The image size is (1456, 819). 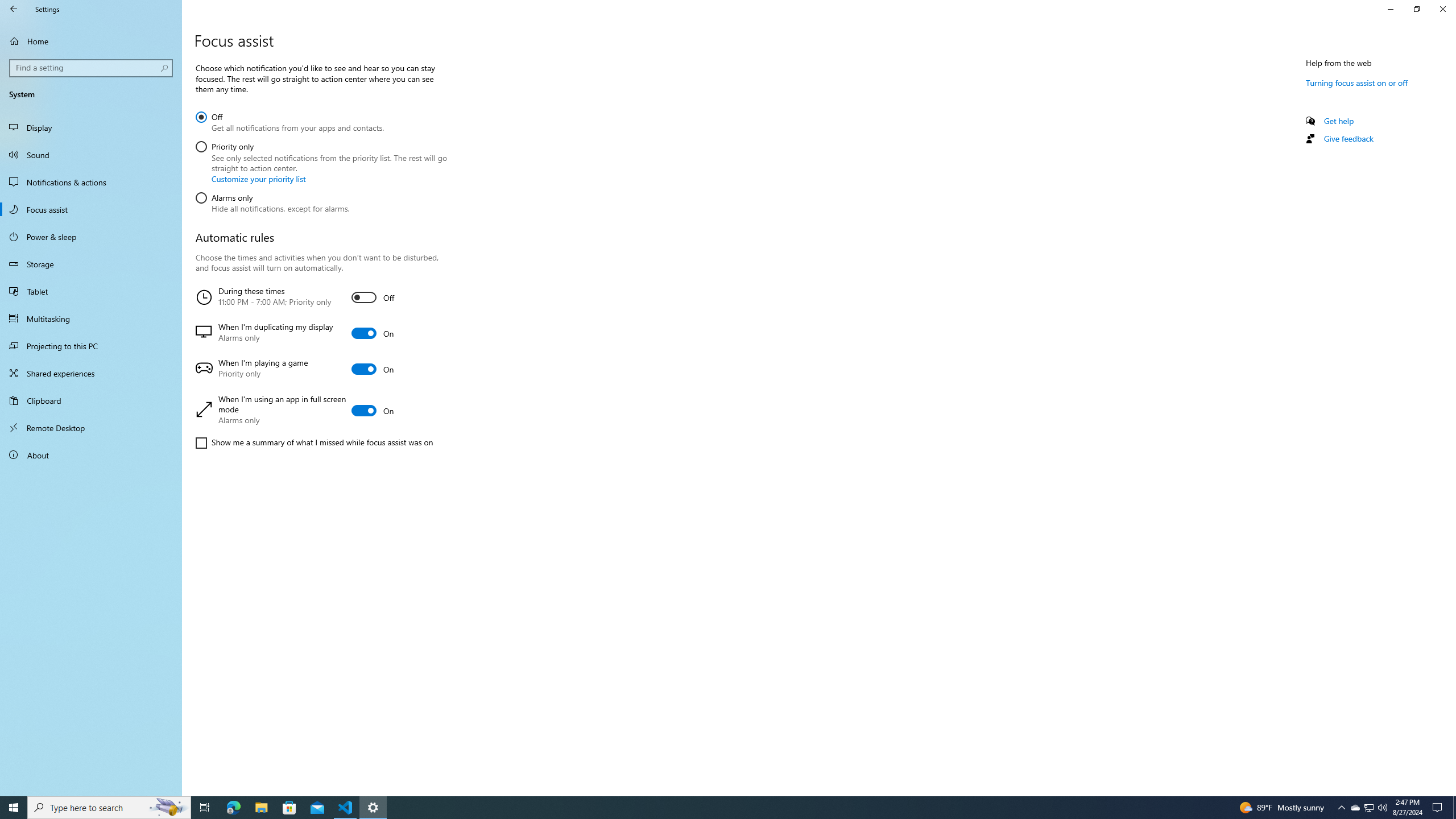 What do you see at coordinates (14, 9) in the screenshot?
I see `'Back'` at bounding box center [14, 9].